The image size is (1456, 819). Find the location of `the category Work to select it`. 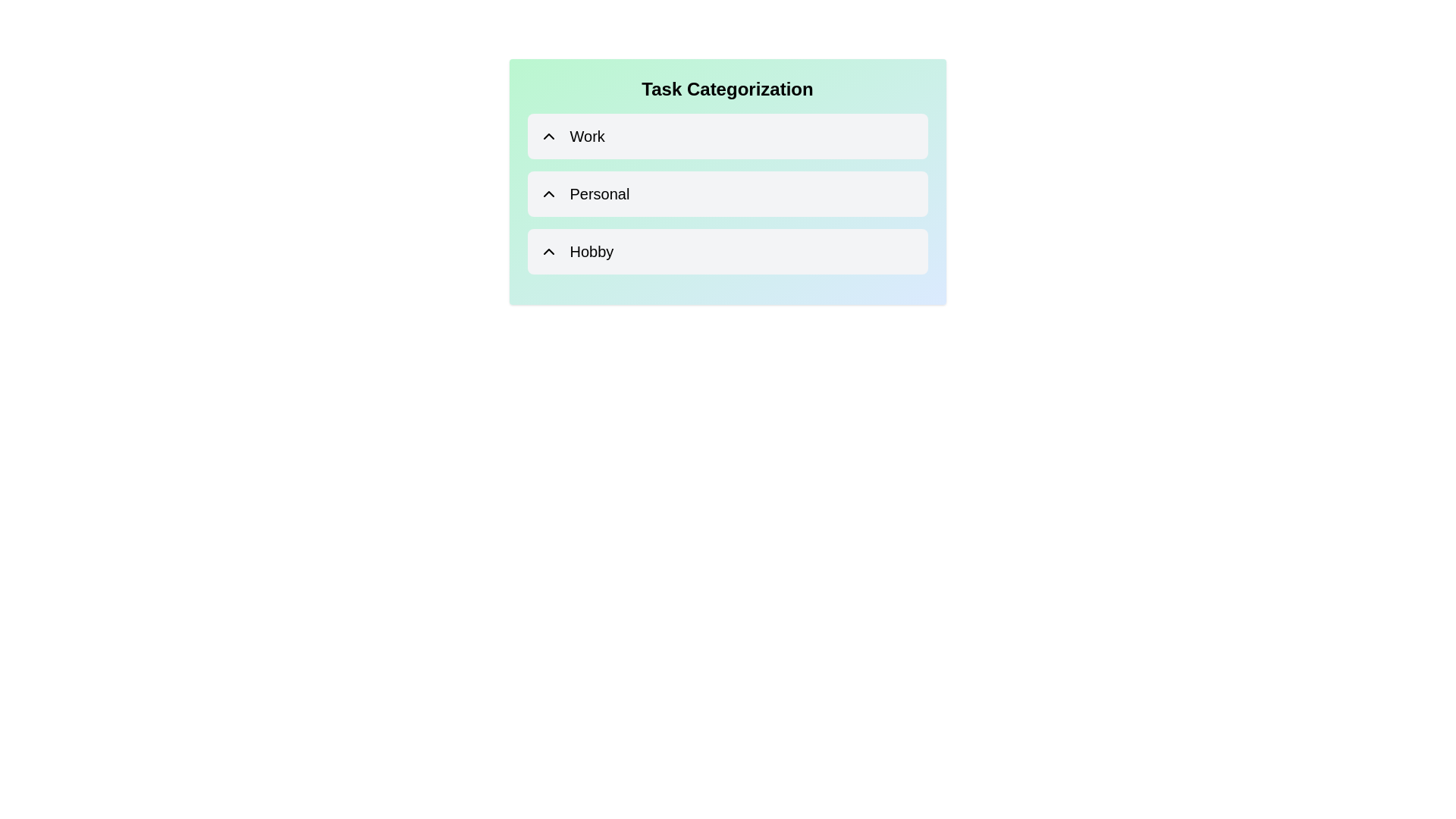

the category Work to select it is located at coordinates (726, 136).